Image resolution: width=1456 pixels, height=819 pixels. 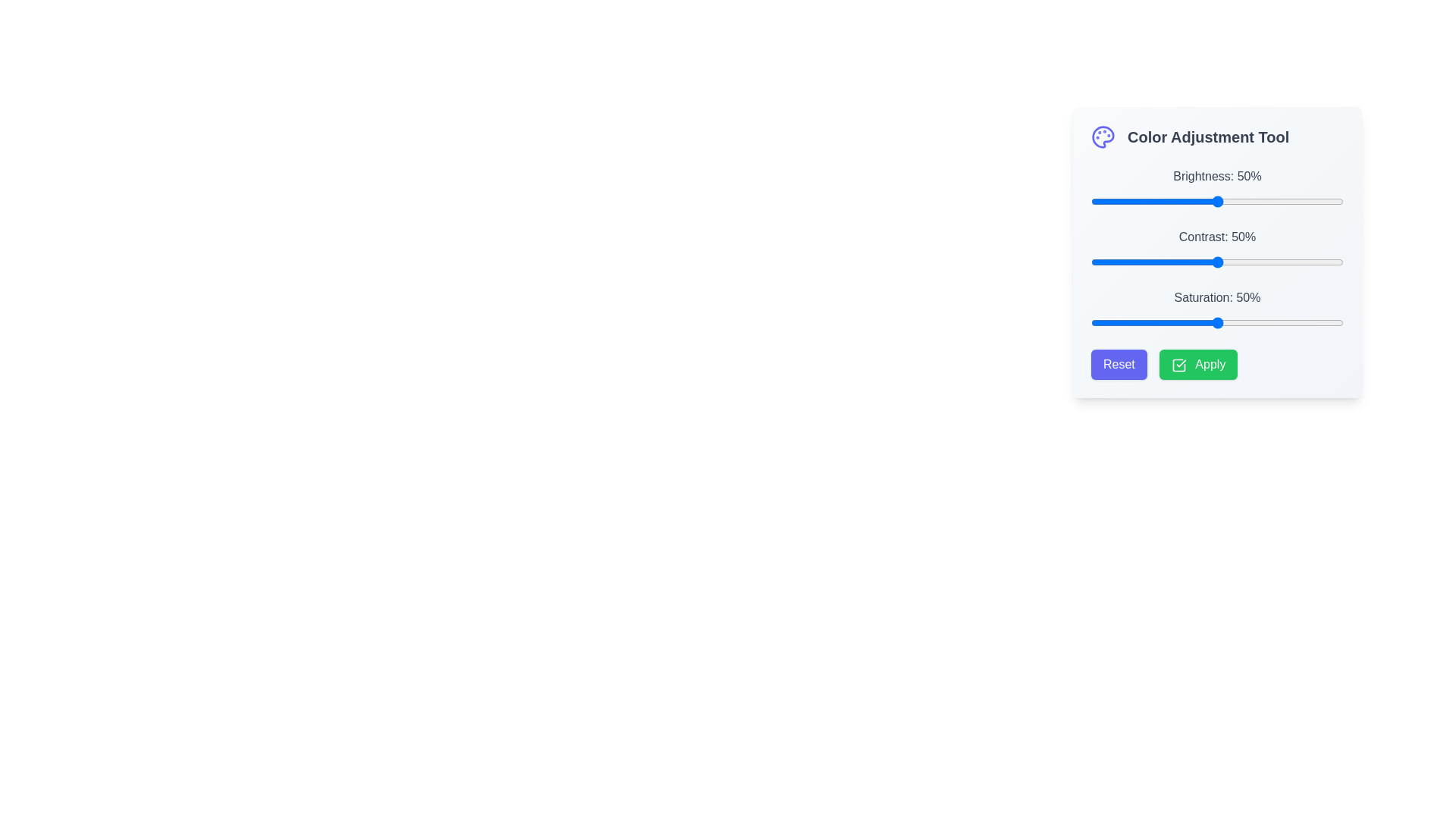 What do you see at coordinates (1199, 262) in the screenshot?
I see `contrast of the image` at bounding box center [1199, 262].